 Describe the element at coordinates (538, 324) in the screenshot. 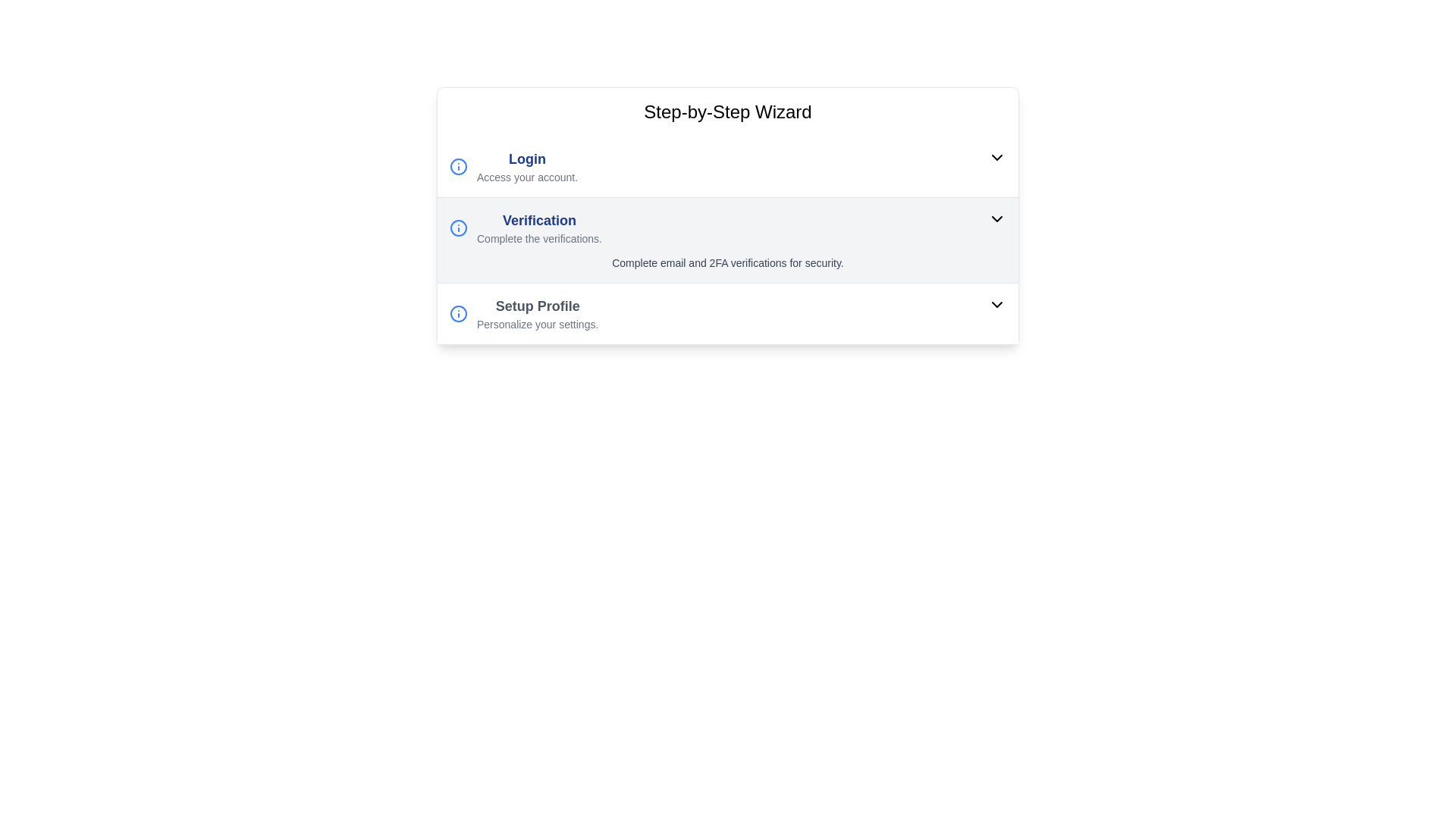

I see `the text label that says 'Personalize your settings.' located beneath the 'Setup Profile' heading in the step-by-step wizard interface` at that location.